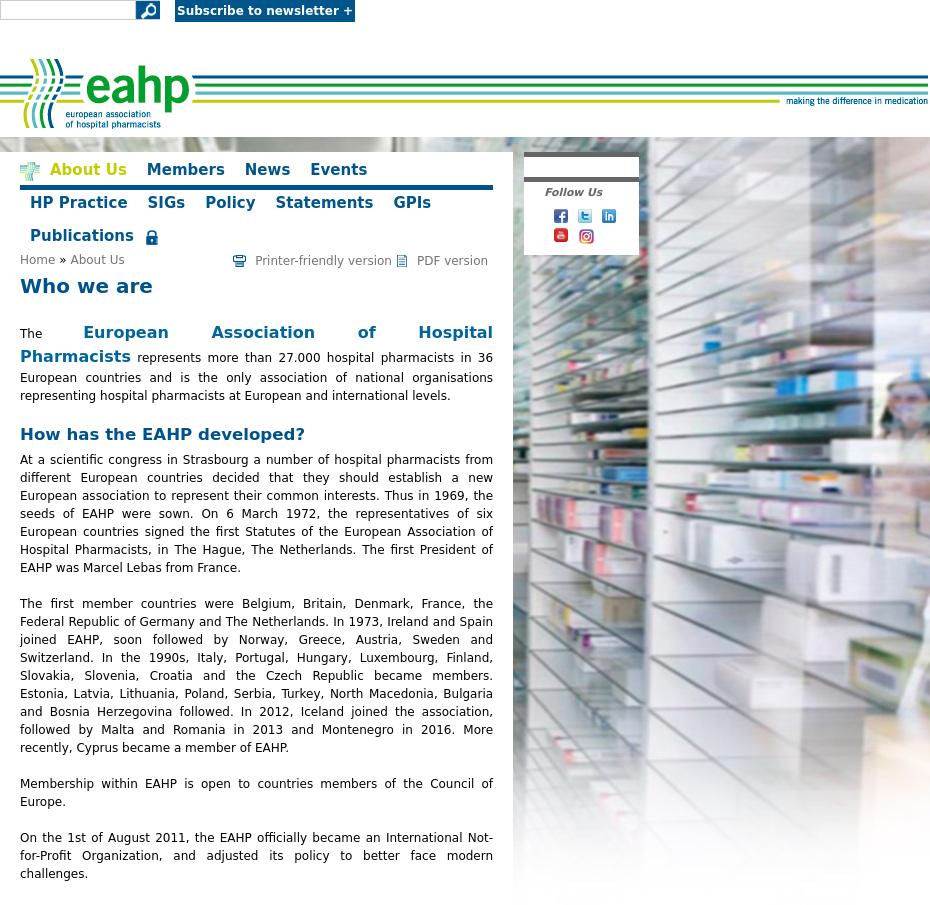 The width and height of the screenshot is (930, 905). I want to click on 'The', so click(50, 333).